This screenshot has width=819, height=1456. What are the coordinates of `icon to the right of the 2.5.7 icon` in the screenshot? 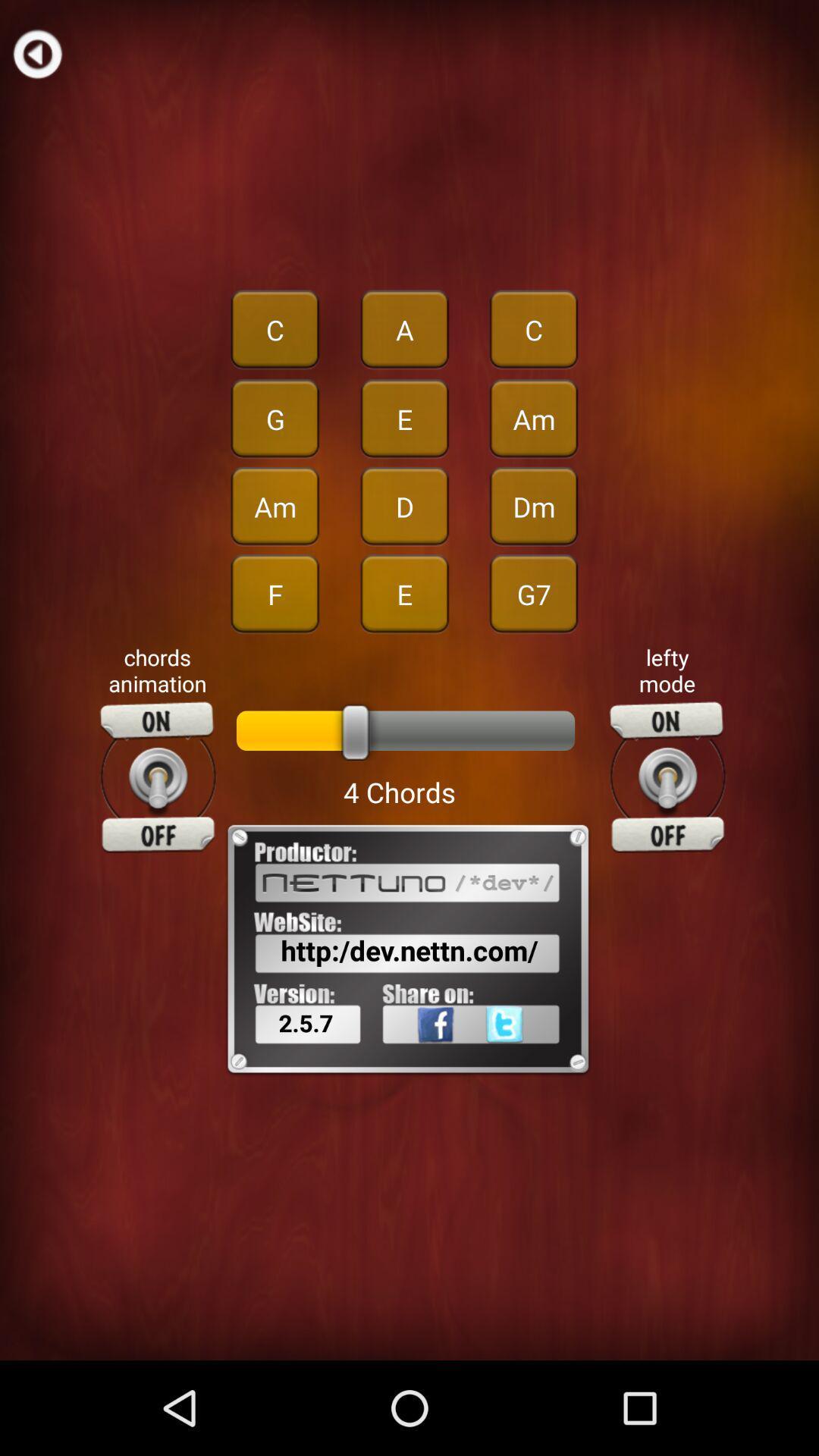 It's located at (528, 1057).